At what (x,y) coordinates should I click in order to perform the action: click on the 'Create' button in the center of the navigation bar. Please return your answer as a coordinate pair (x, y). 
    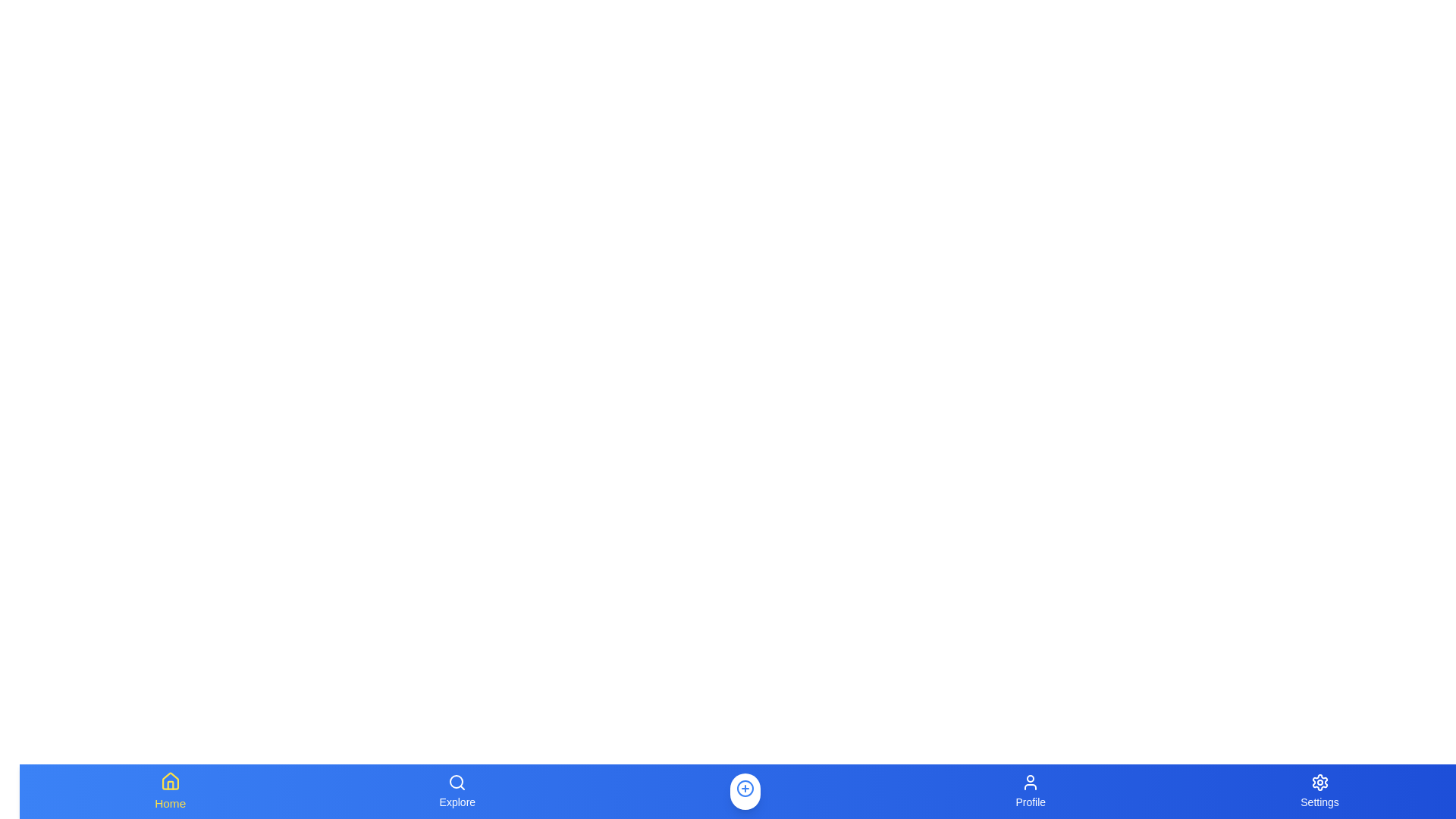
    Looking at the image, I should click on (745, 791).